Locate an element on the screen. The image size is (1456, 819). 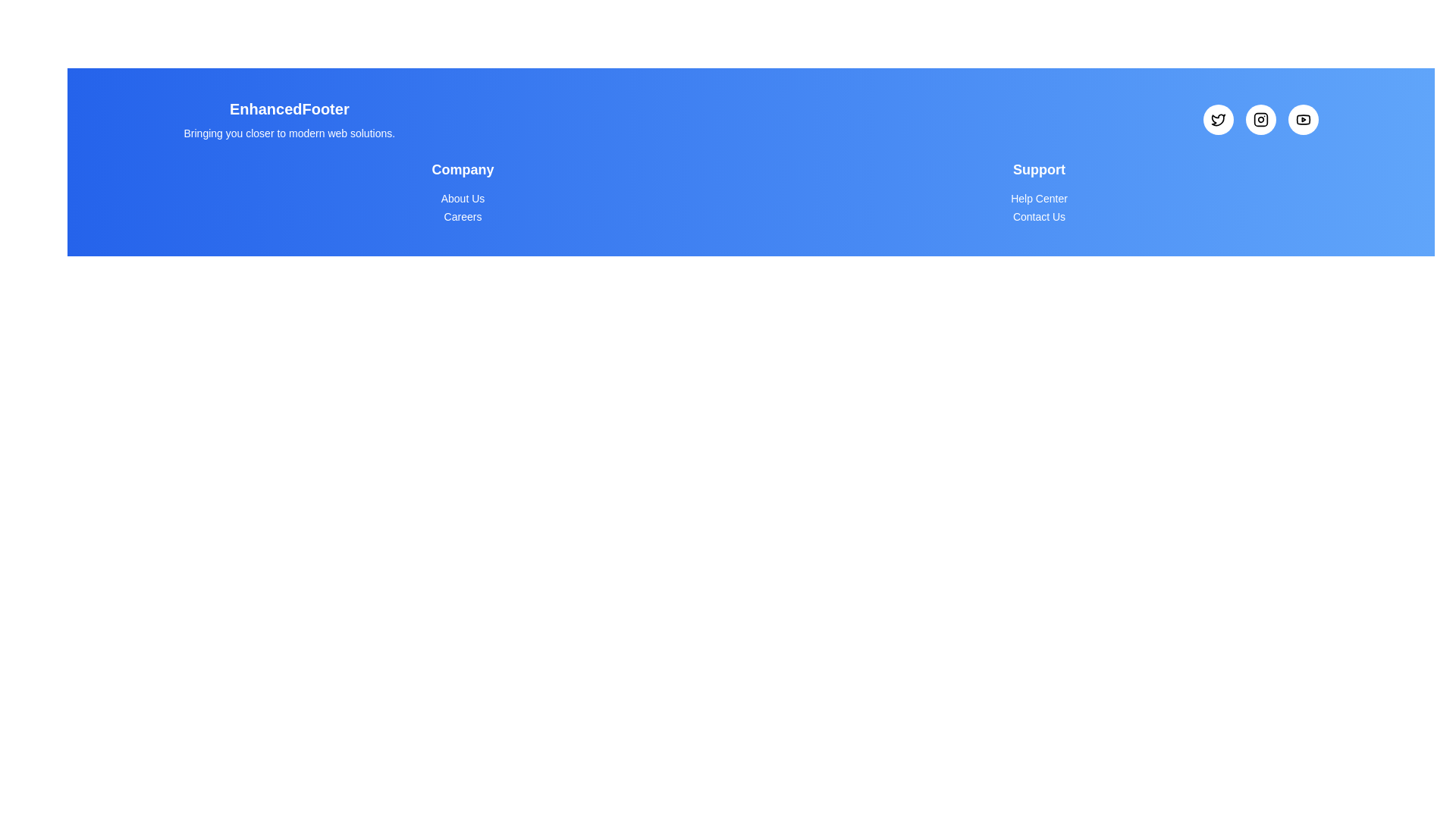
the bold, extra-large text label reading 'EnhancedFooter' located in the top left section of a blue footer area is located at coordinates (289, 108).